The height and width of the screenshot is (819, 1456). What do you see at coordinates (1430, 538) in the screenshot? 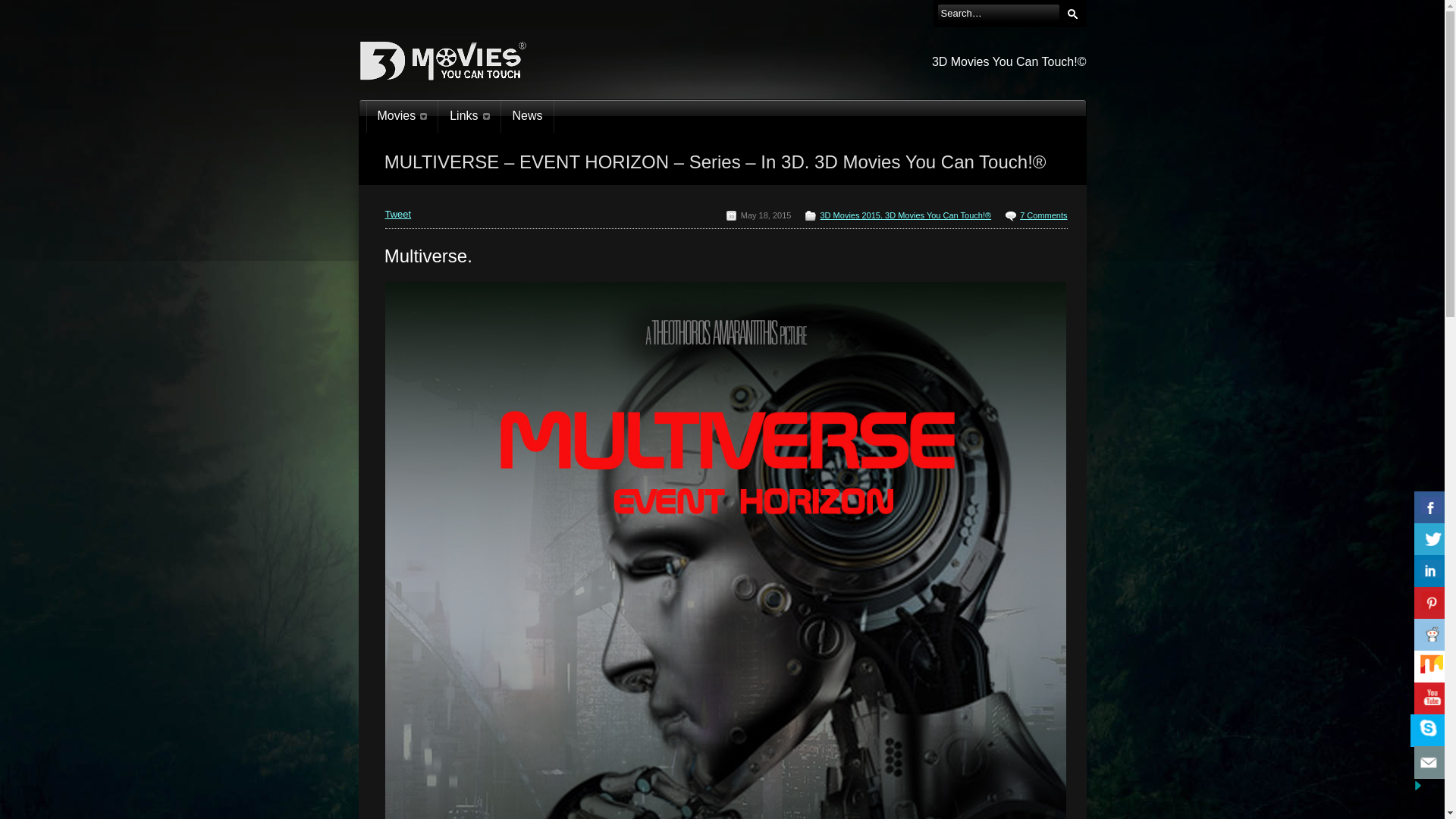
I see `'Share On Twitter'` at bounding box center [1430, 538].